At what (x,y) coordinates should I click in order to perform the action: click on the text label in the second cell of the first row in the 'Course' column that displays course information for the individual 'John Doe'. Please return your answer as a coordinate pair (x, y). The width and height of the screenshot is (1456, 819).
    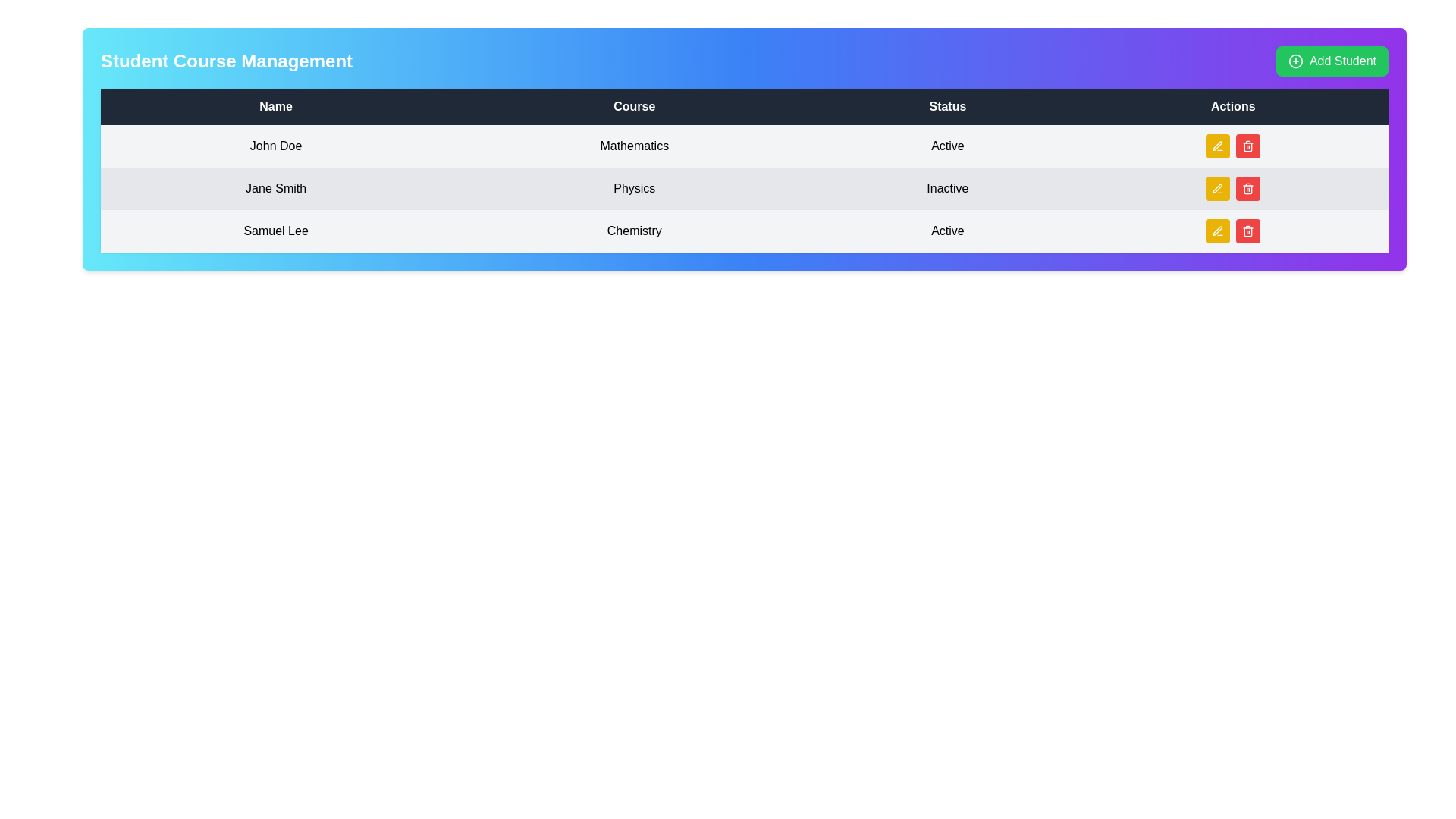
    Looking at the image, I should click on (634, 146).